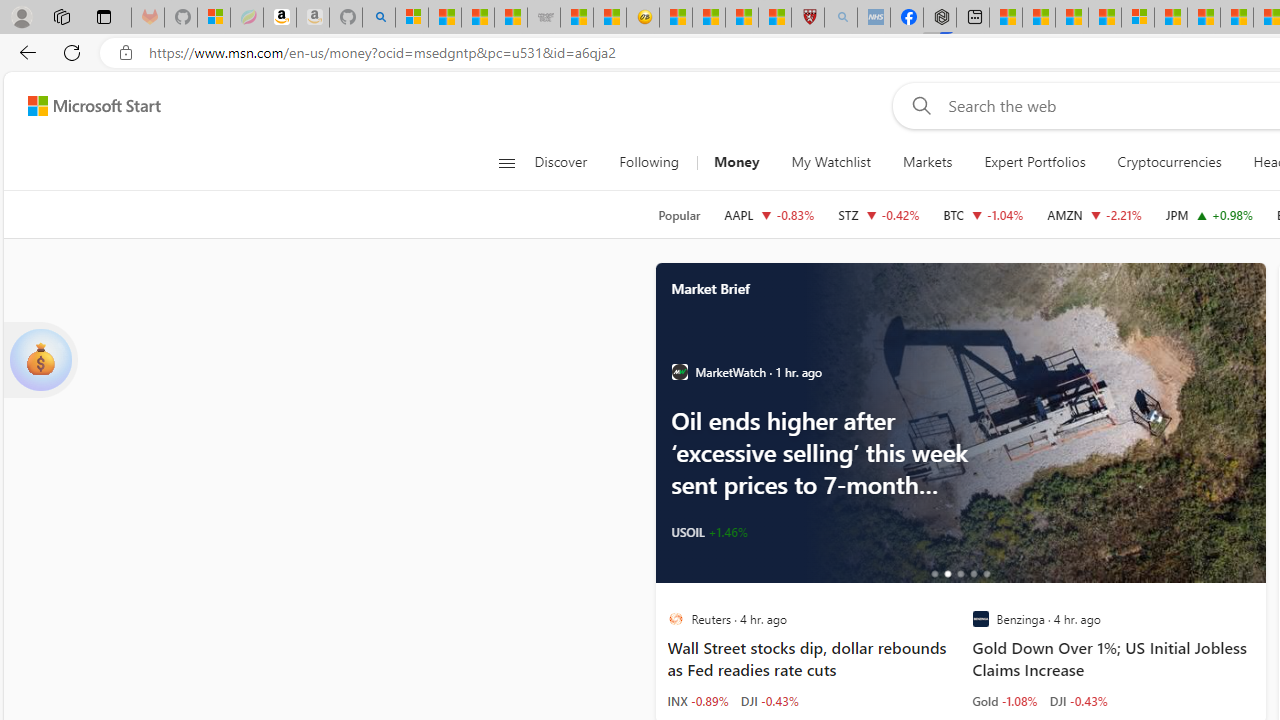  Describe the element at coordinates (506, 162) in the screenshot. I see `'Open navigation menu'` at that location.